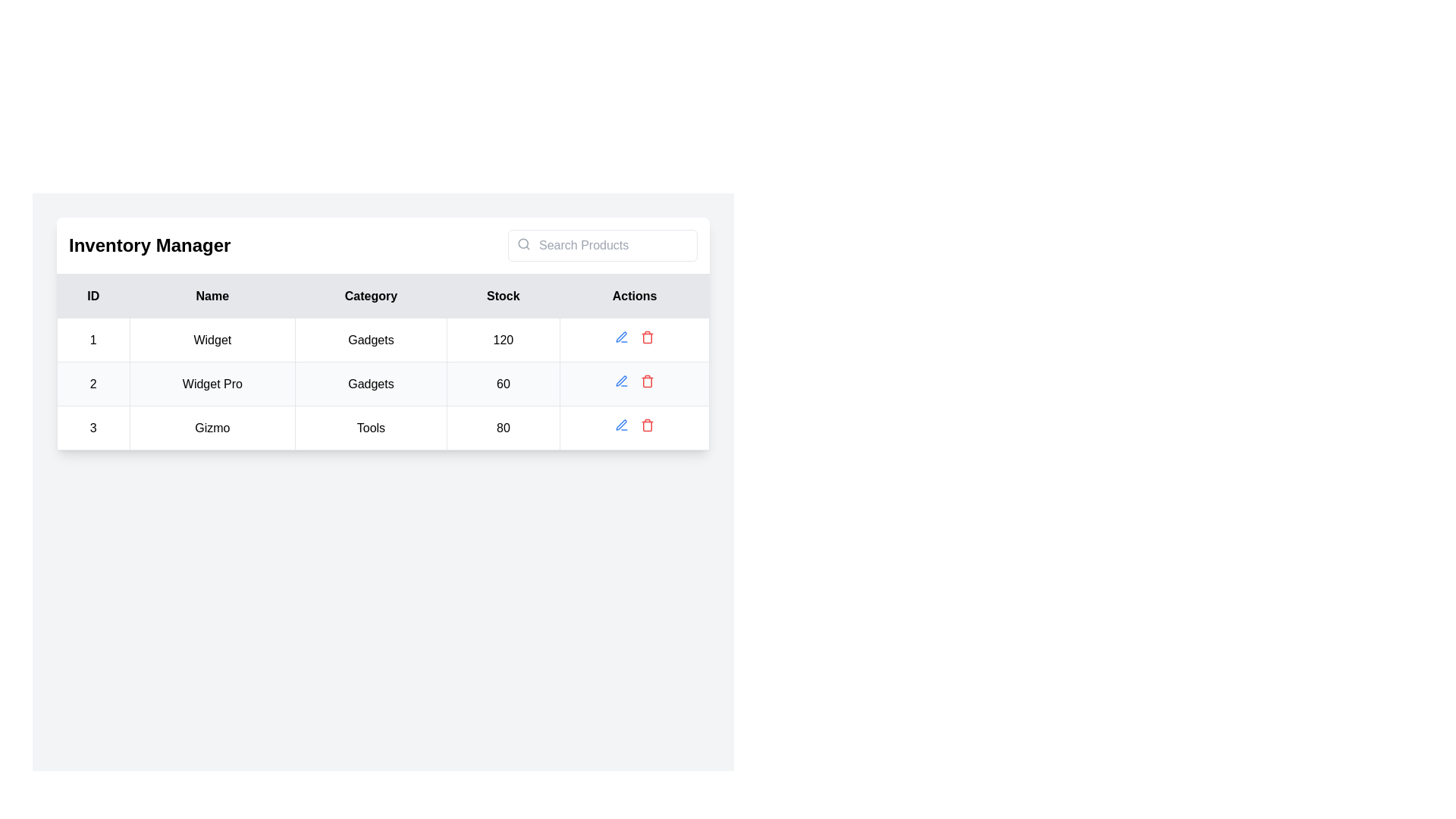  What do you see at coordinates (212, 428) in the screenshot?
I see `the Text label displaying the name 'Gizmo', which is located in the second column of the third row of the inventory table` at bounding box center [212, 428].